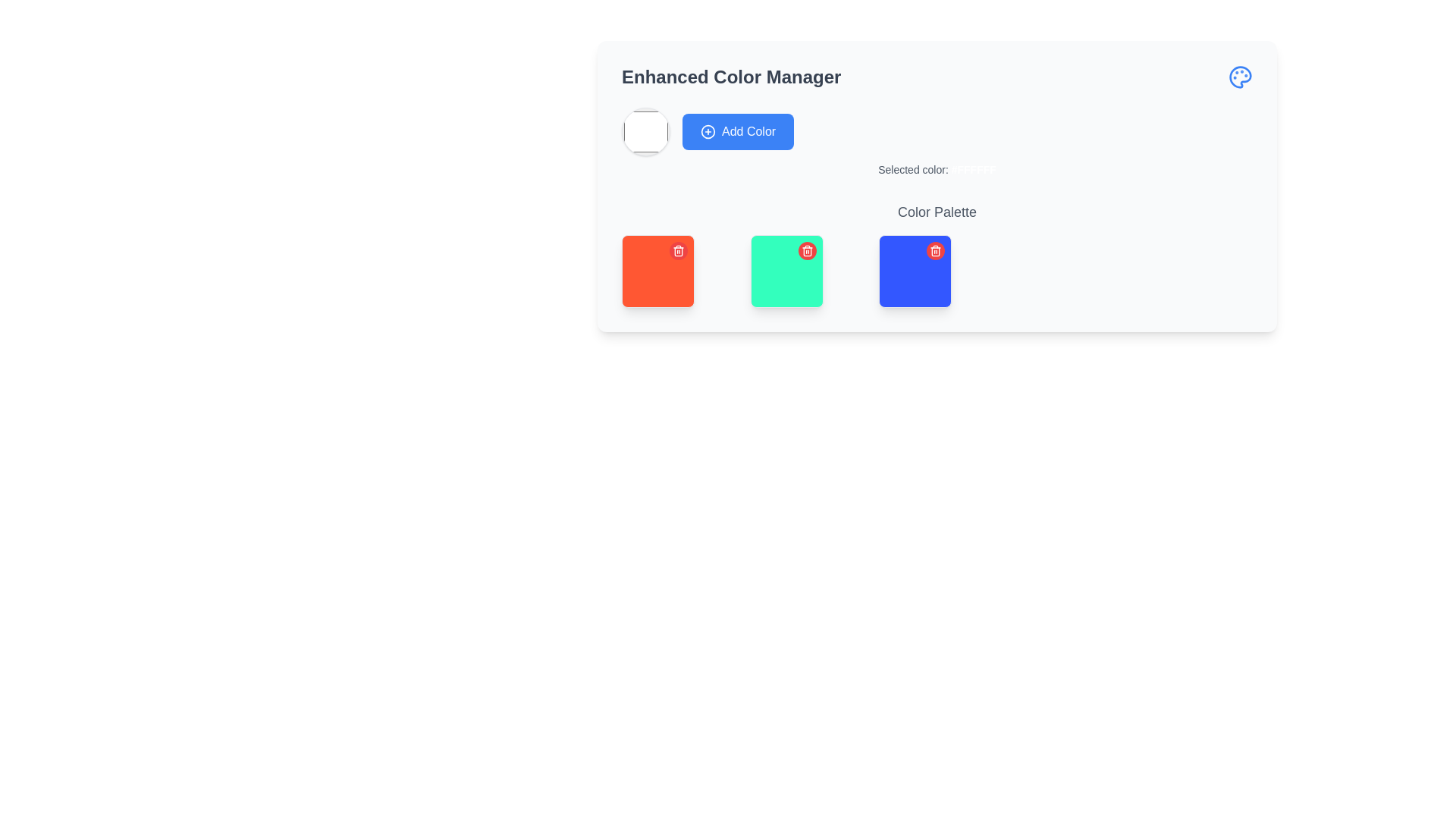 Image resolution: width=1456 pixels, height=819 pixels. What do you see at coordinates (786, 271) in the screenshot?
I see `the interactive light green color tile with a remove button` at bounding box center [786, 271].